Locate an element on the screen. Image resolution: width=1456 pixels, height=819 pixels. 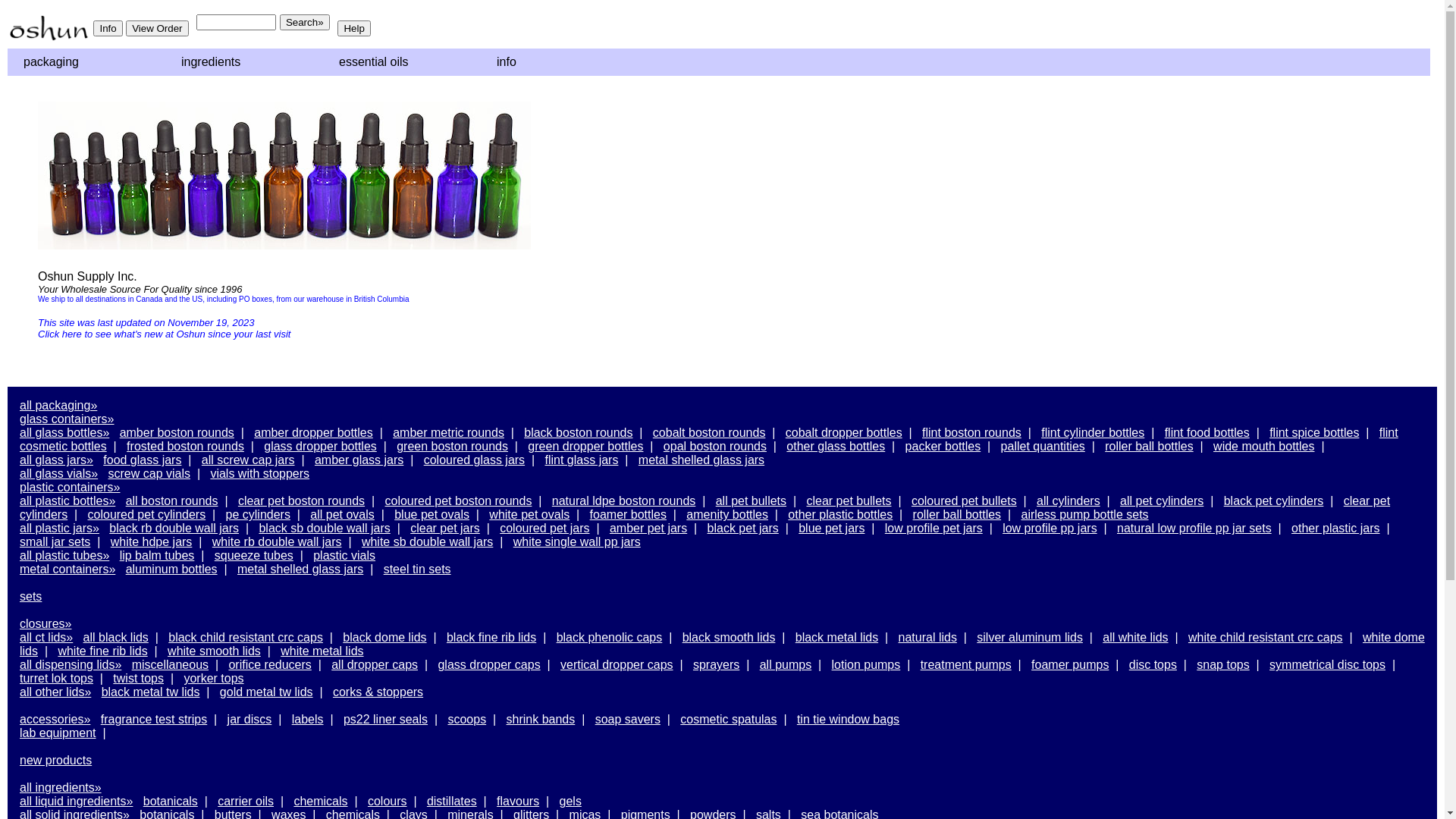
'steel tin sets' is located at coordinates (417, 569).